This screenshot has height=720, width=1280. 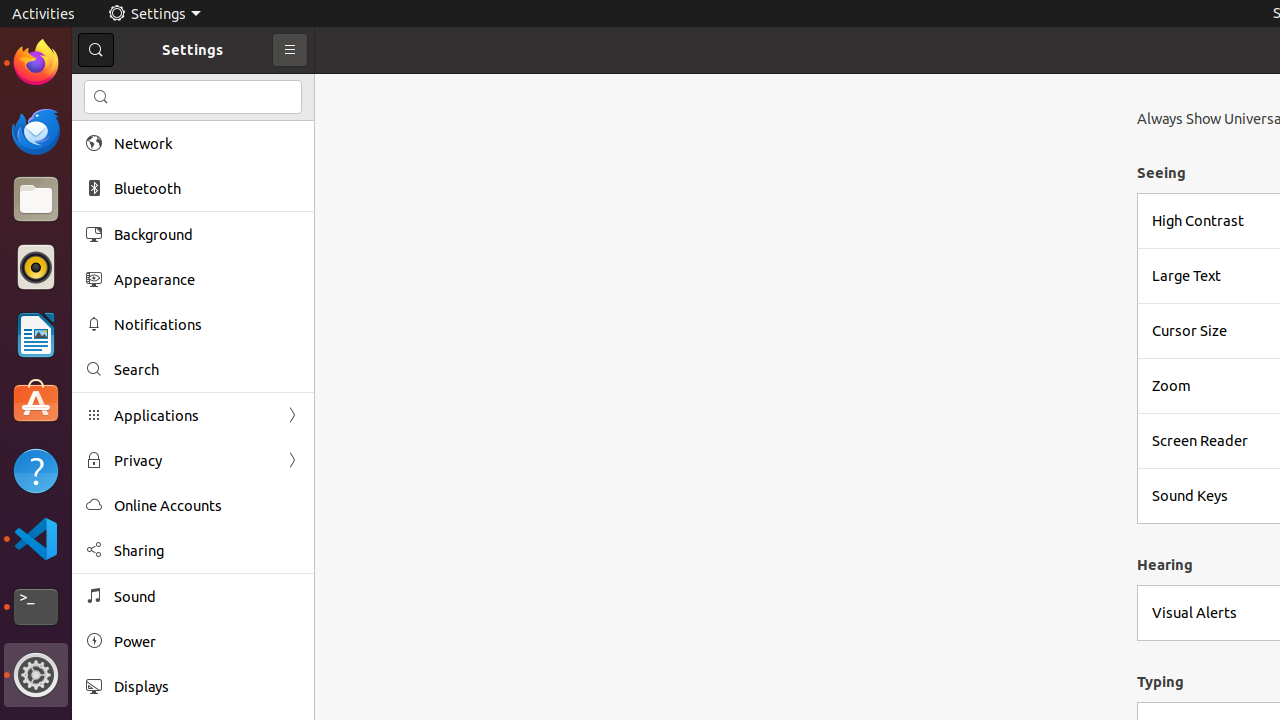 I want to click on 'Sound', so click(x=206, y=595).